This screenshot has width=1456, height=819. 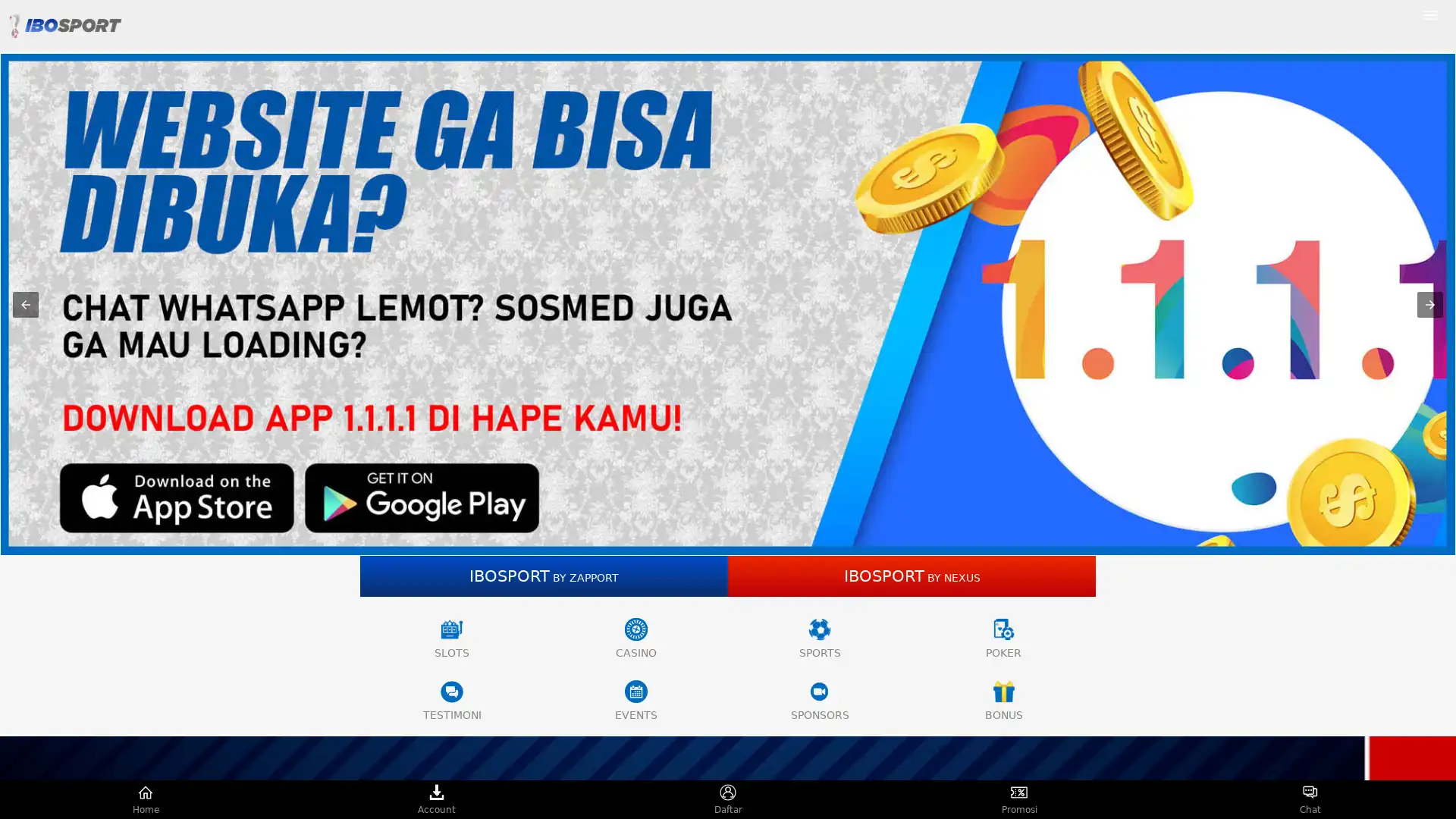 I want to click on Previous item in carousel (3 of 5), so click(x=25, y=304).